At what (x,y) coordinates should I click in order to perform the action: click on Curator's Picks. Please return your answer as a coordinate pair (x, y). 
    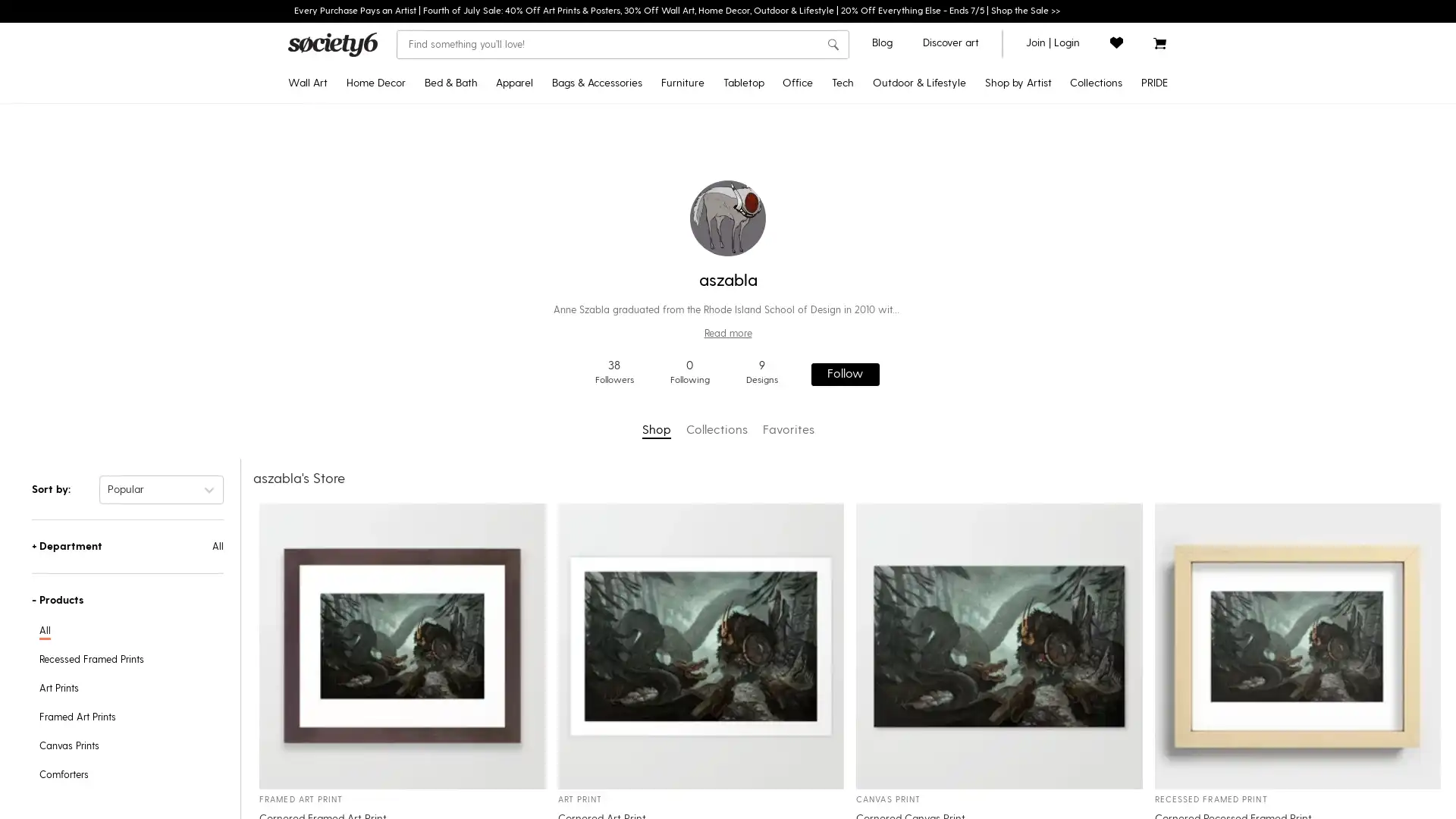
    Looking at the image, I should click on (977, 366).